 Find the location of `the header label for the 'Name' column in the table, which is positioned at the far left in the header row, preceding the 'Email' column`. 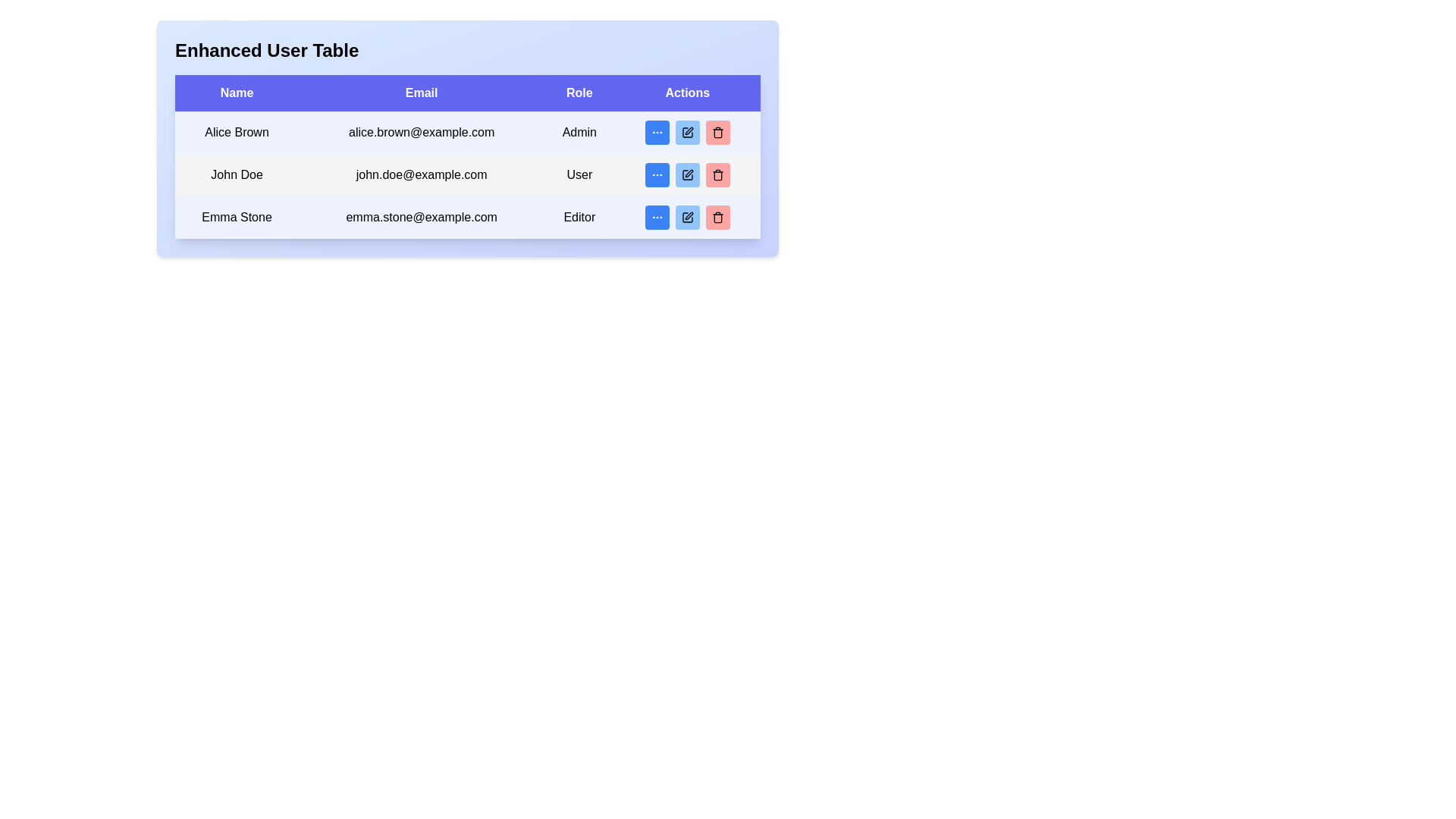

the header label for the 'Name' column in the table, which is positioned at the far left in the header row, preceding the 'Email' column is located at coordinates (236, 93).